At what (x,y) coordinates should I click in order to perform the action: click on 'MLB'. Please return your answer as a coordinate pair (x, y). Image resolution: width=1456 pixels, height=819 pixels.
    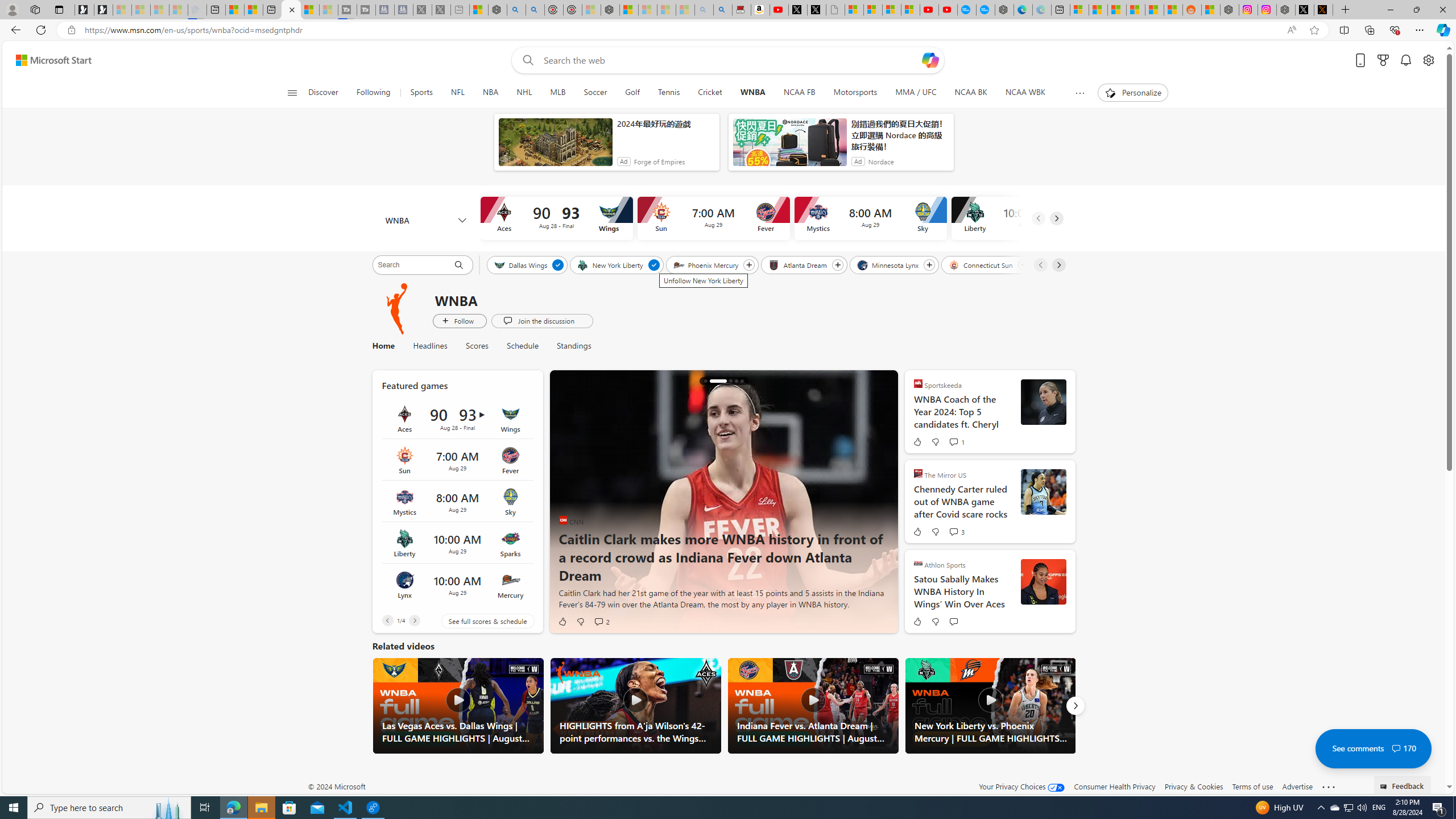
    Looking at the image, I should click on (557, 92).